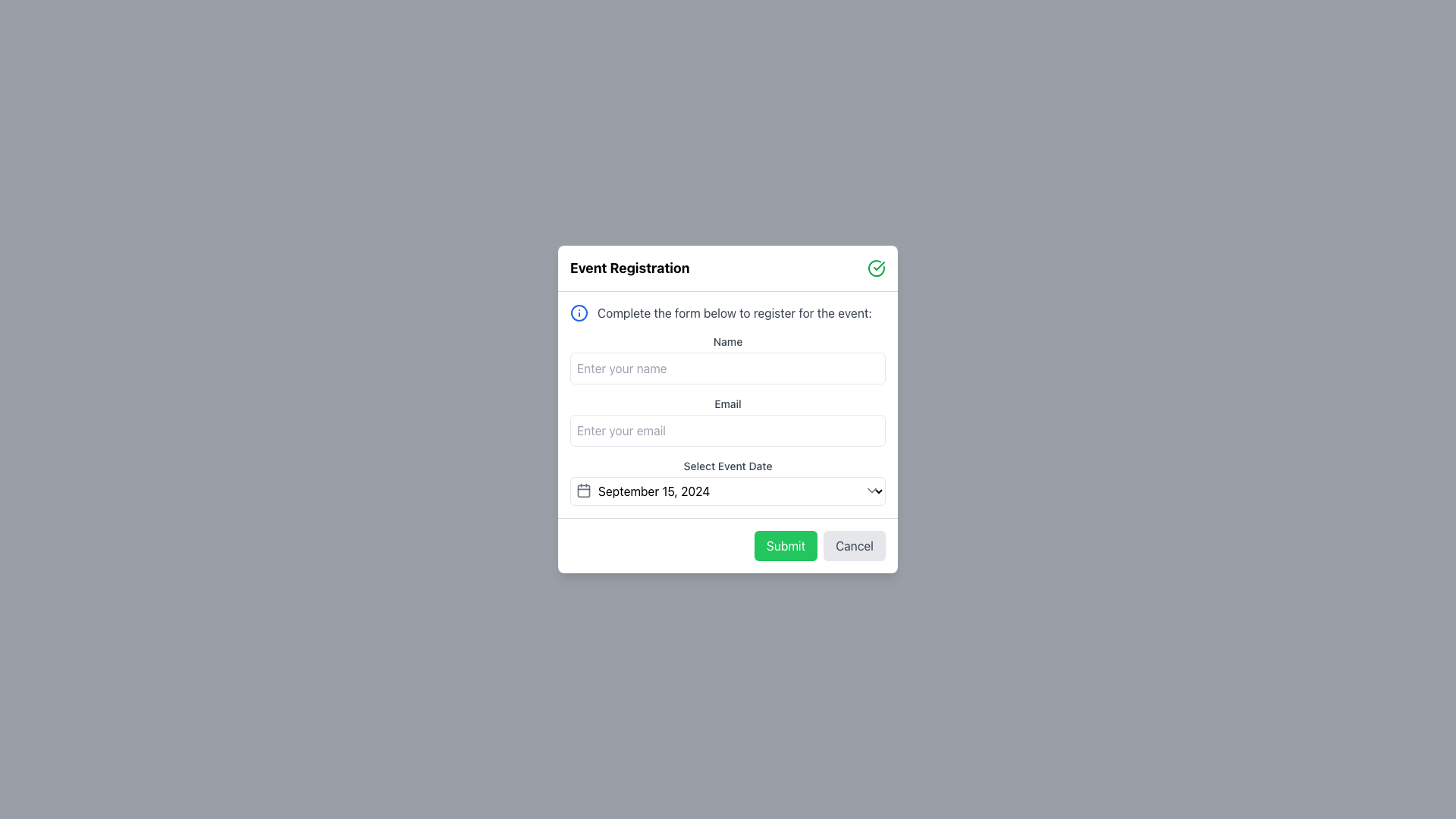 The height and width of the screenshot is (819, 1456). What do you see at coordinates (855, 546) in the screenshot?
I see `the cancel button located at the bottom-right of the modal, immediately to the right of the 'Submit' button` at bounding box center [855, 546].